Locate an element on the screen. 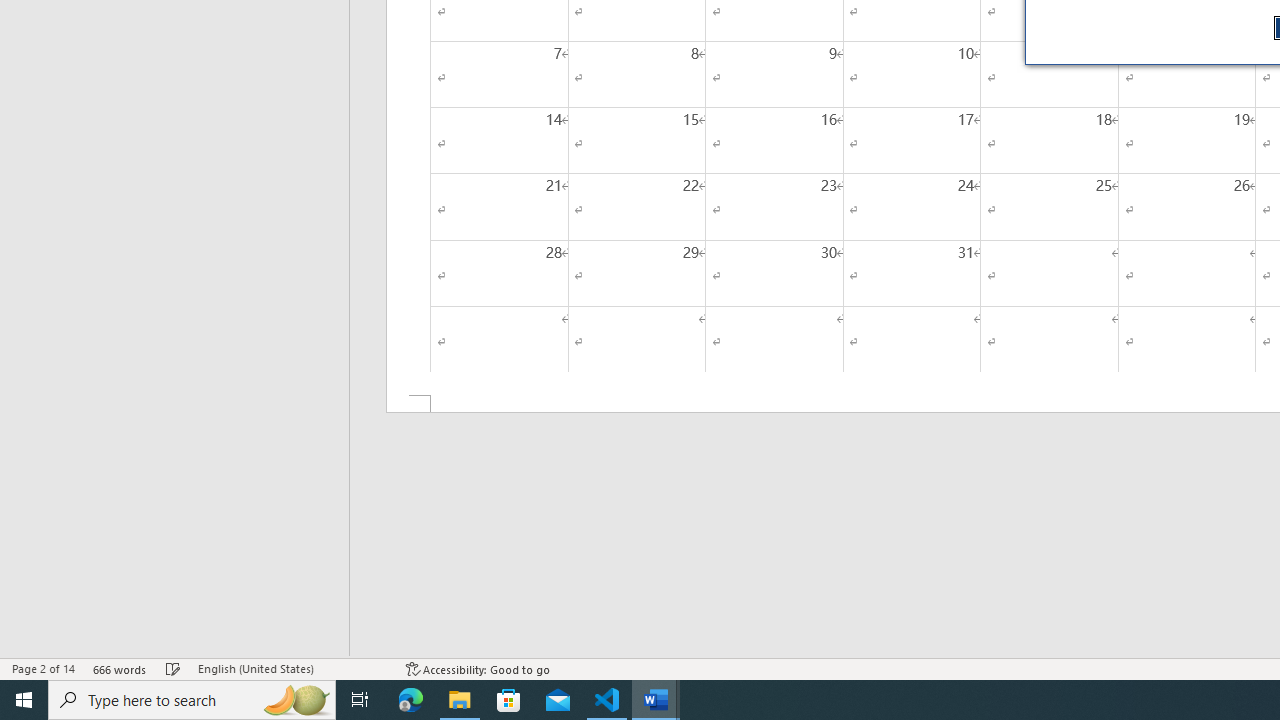 This screenshot has width=1280, height=720. 'Word - 2 running windows' is located at coordinates (656, 698).